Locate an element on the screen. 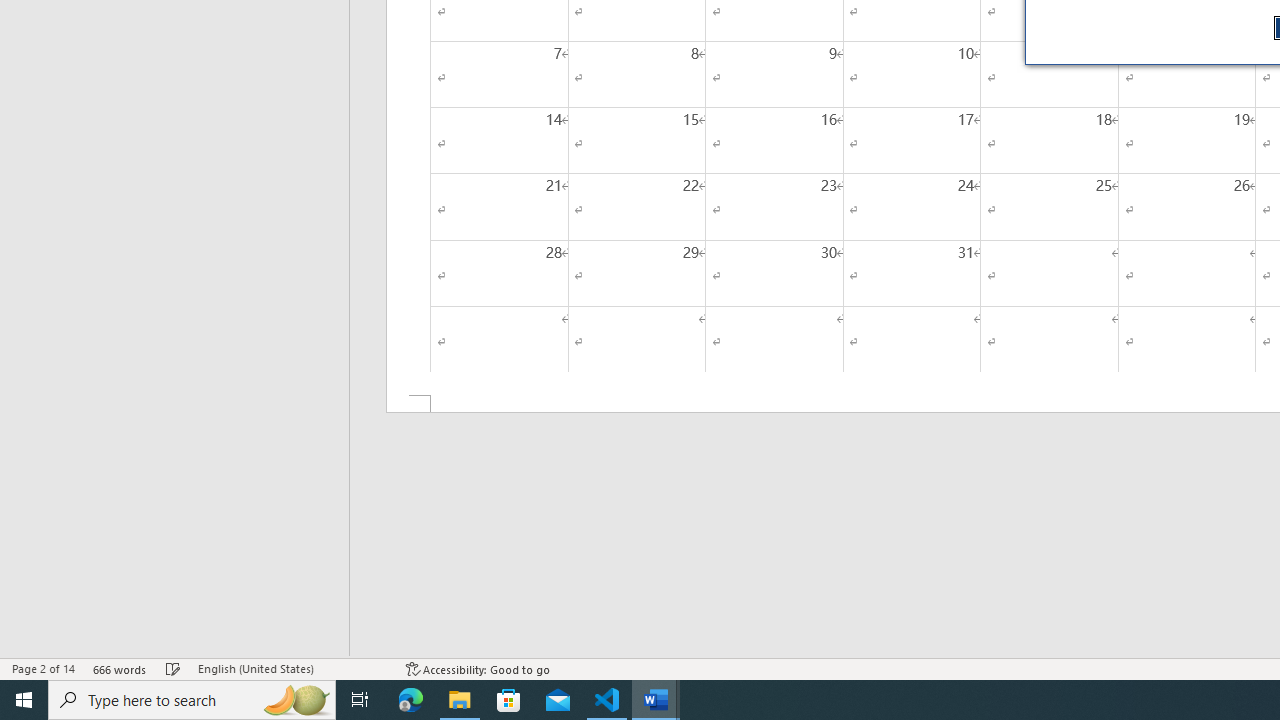 This screenshot has width=1280, height=720. 'Word - 2 running windows' is located at coordinates (656, 698).